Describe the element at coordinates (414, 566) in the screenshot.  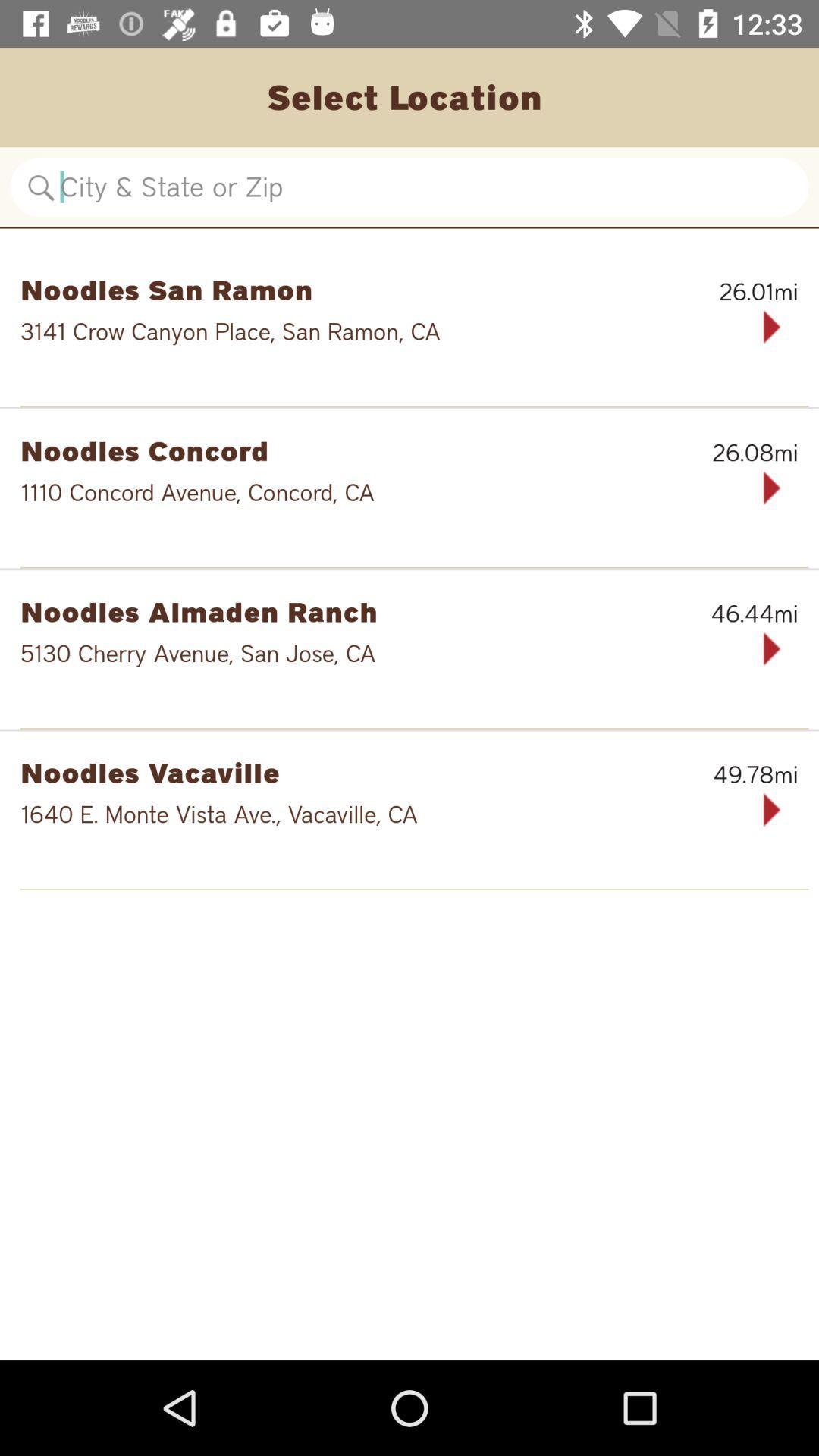
I see `the icon above noodles almaden ranch  item` at that location.